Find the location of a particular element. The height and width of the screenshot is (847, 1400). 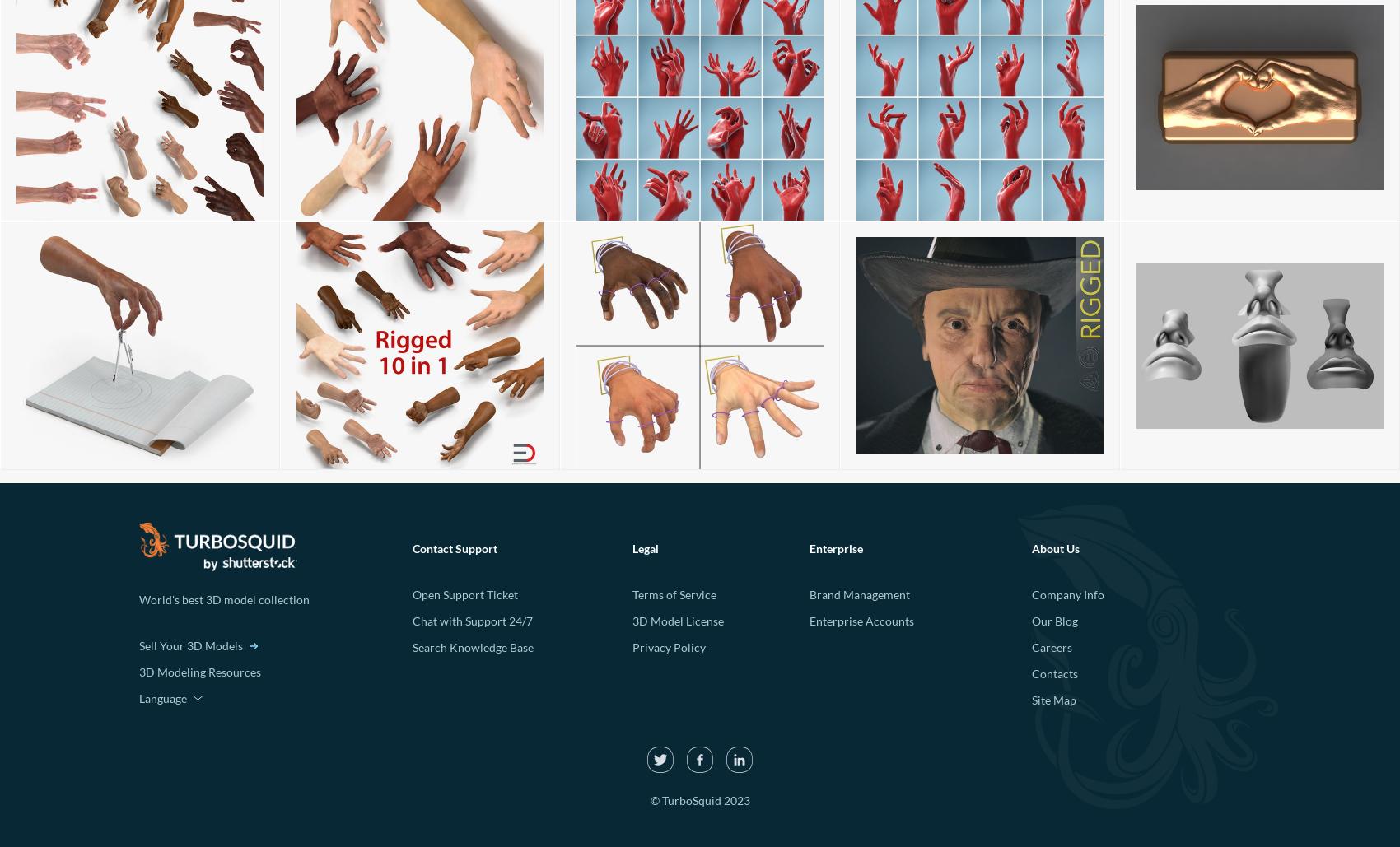

'Sell Your 3D Models' is located at coordinates (137, 645).